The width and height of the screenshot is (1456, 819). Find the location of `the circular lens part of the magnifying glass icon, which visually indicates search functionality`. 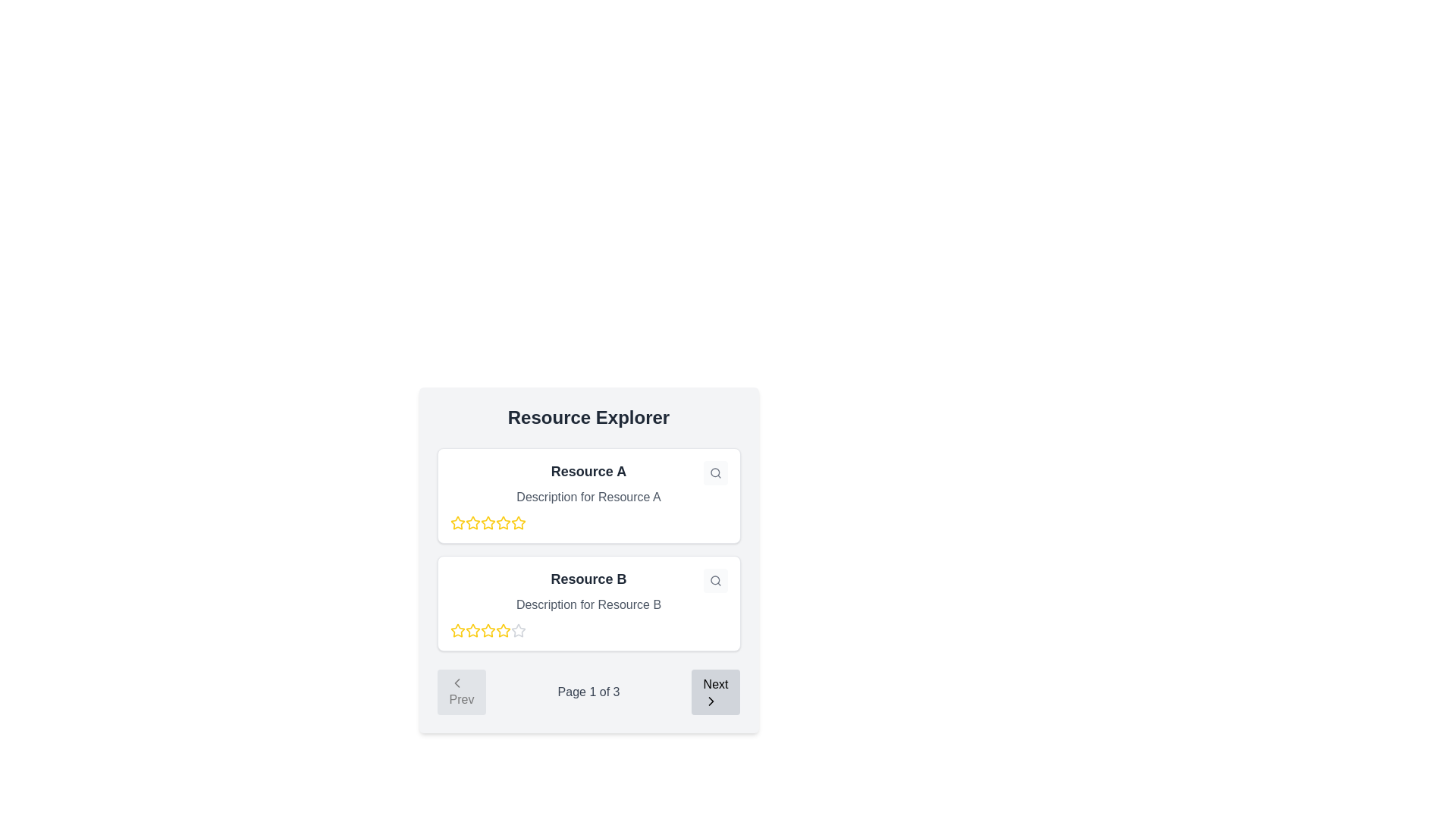

the circular lens part of the magnifying glass icon, which visually indicates search functionality is located at coordinates (714, 580).